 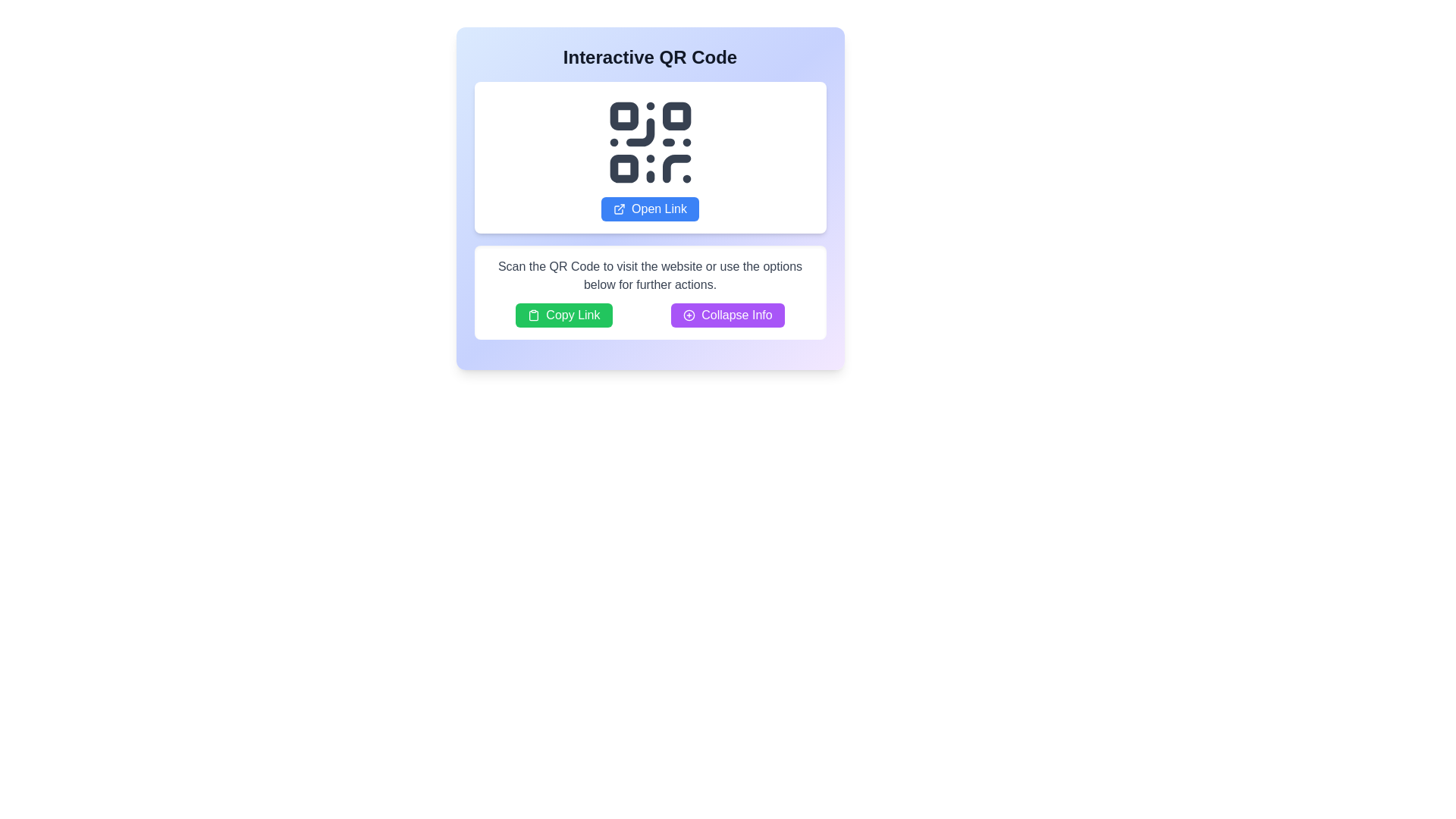 I want to click on the top-left square component with rounded corners in the QR code graphic, so click(x=623, y=115).